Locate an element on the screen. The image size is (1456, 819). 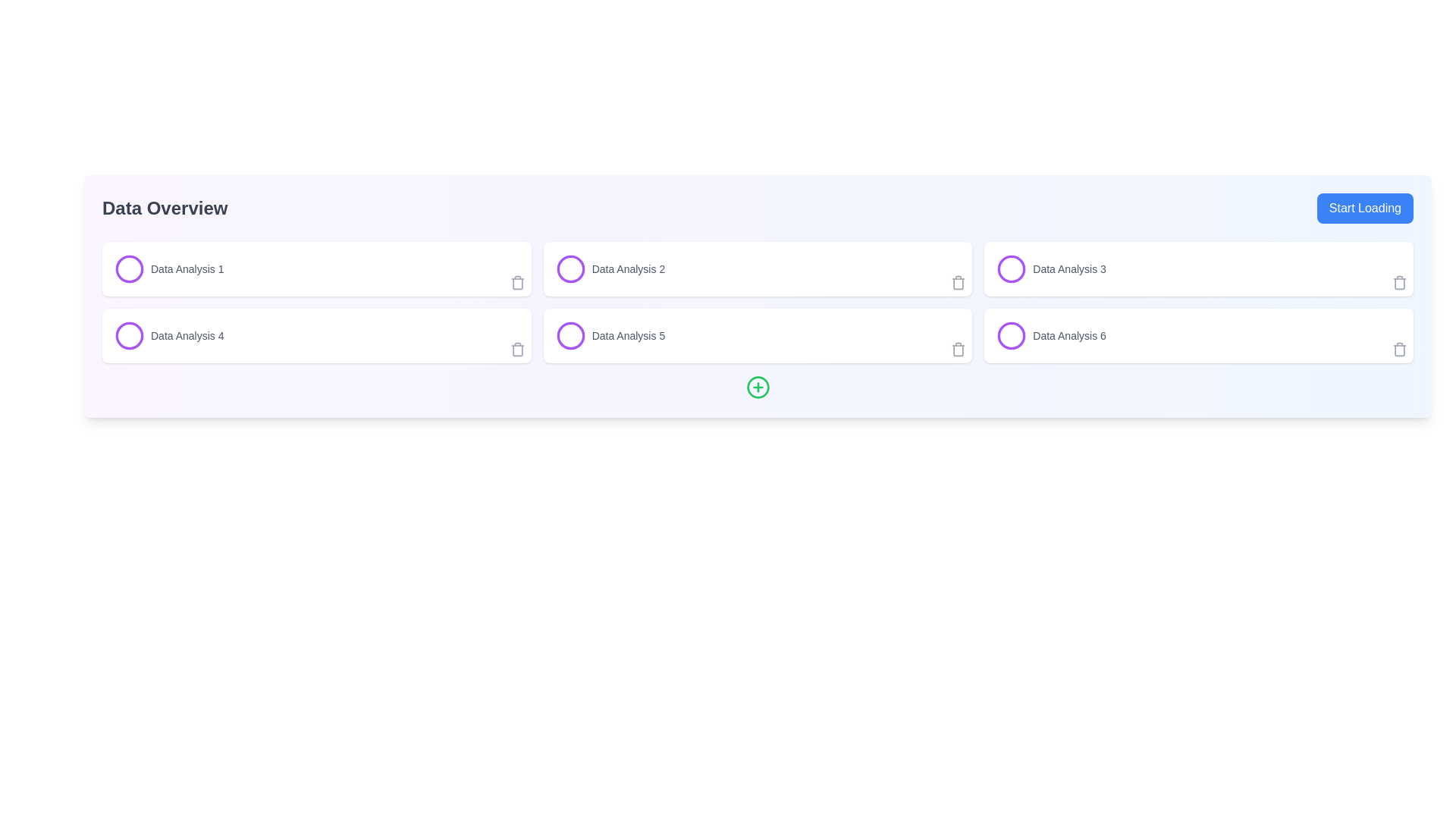
text from the label located in the first column of the second row below the 'Data Overview' heading, which serves as a title or identifier for an associated item is located at coordinates (187, 335).